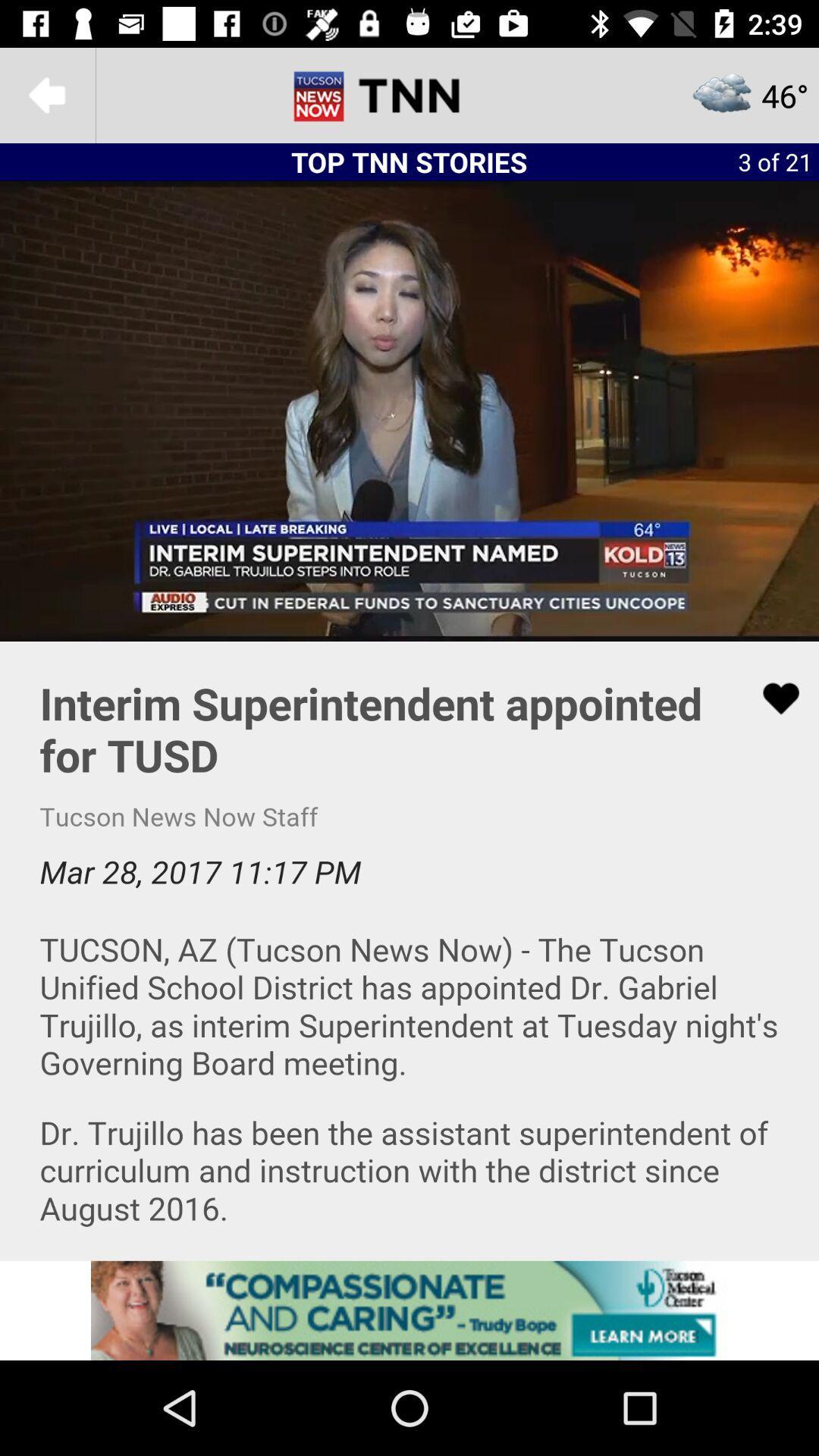  Describe the element at coordinates (409, 94) in the screenshot. I see `tnn home page` at that location.